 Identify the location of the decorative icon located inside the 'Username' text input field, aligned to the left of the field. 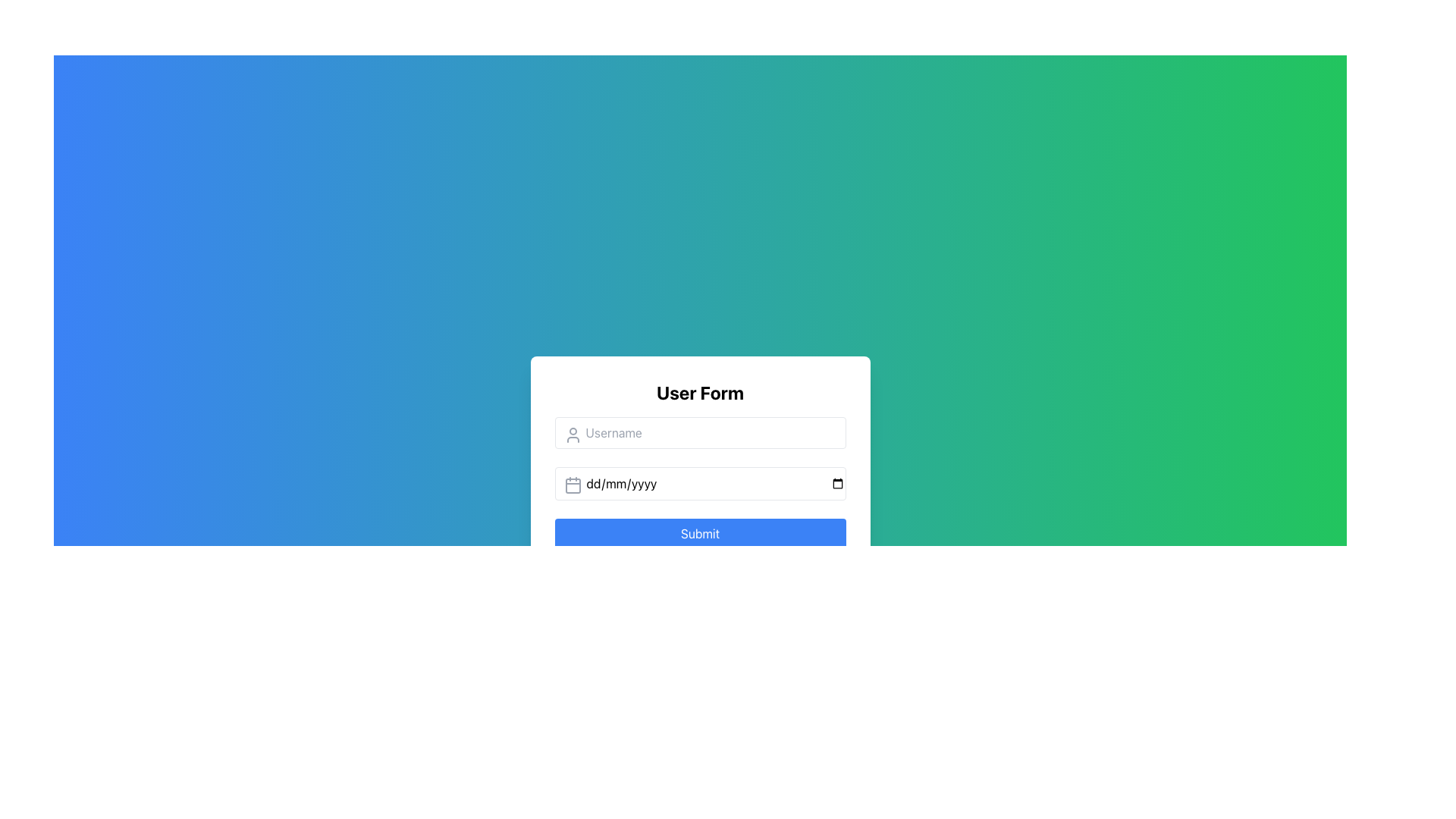
(572, 435).